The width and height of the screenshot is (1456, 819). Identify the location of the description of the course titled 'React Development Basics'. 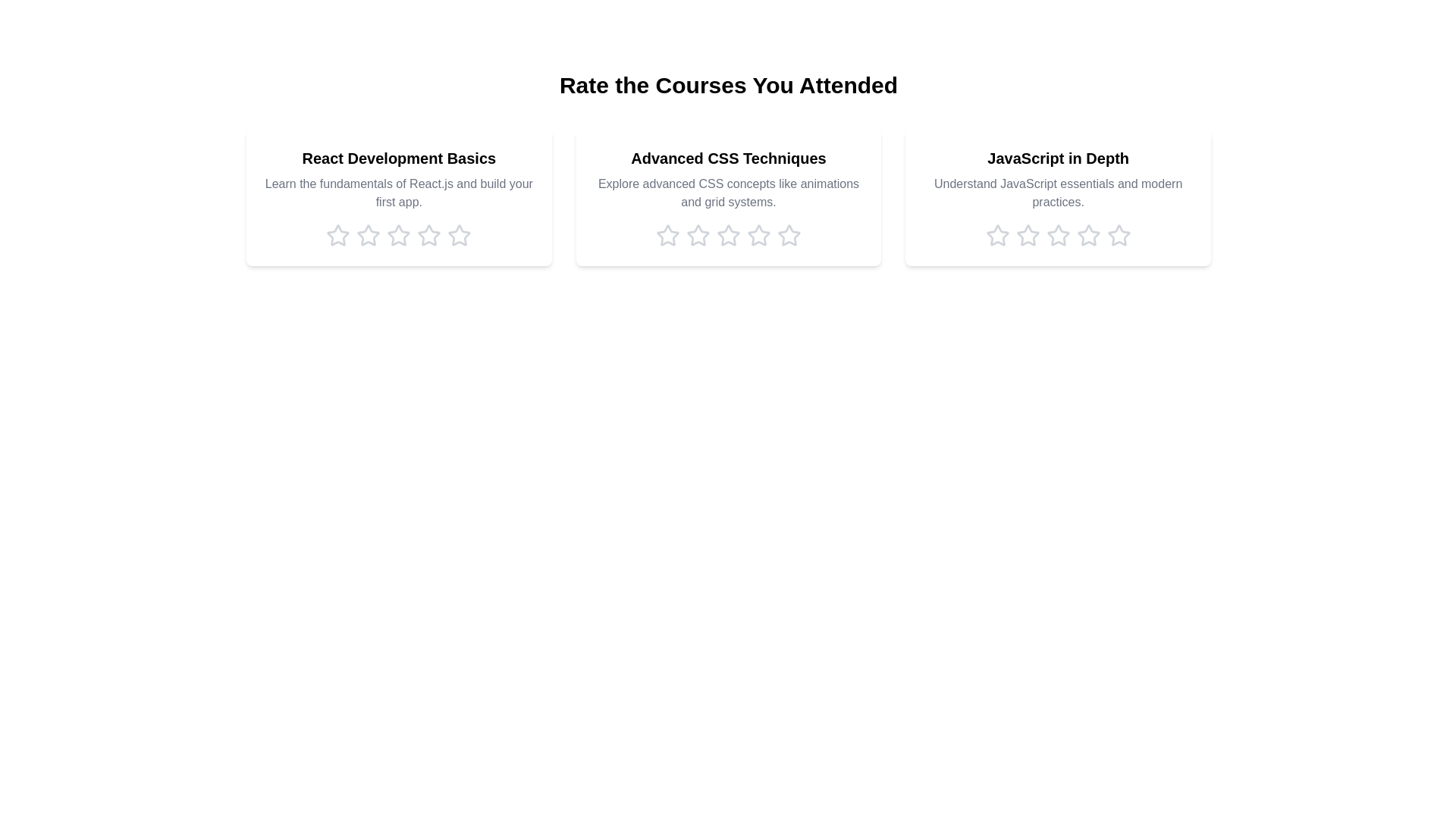
(399, 192).